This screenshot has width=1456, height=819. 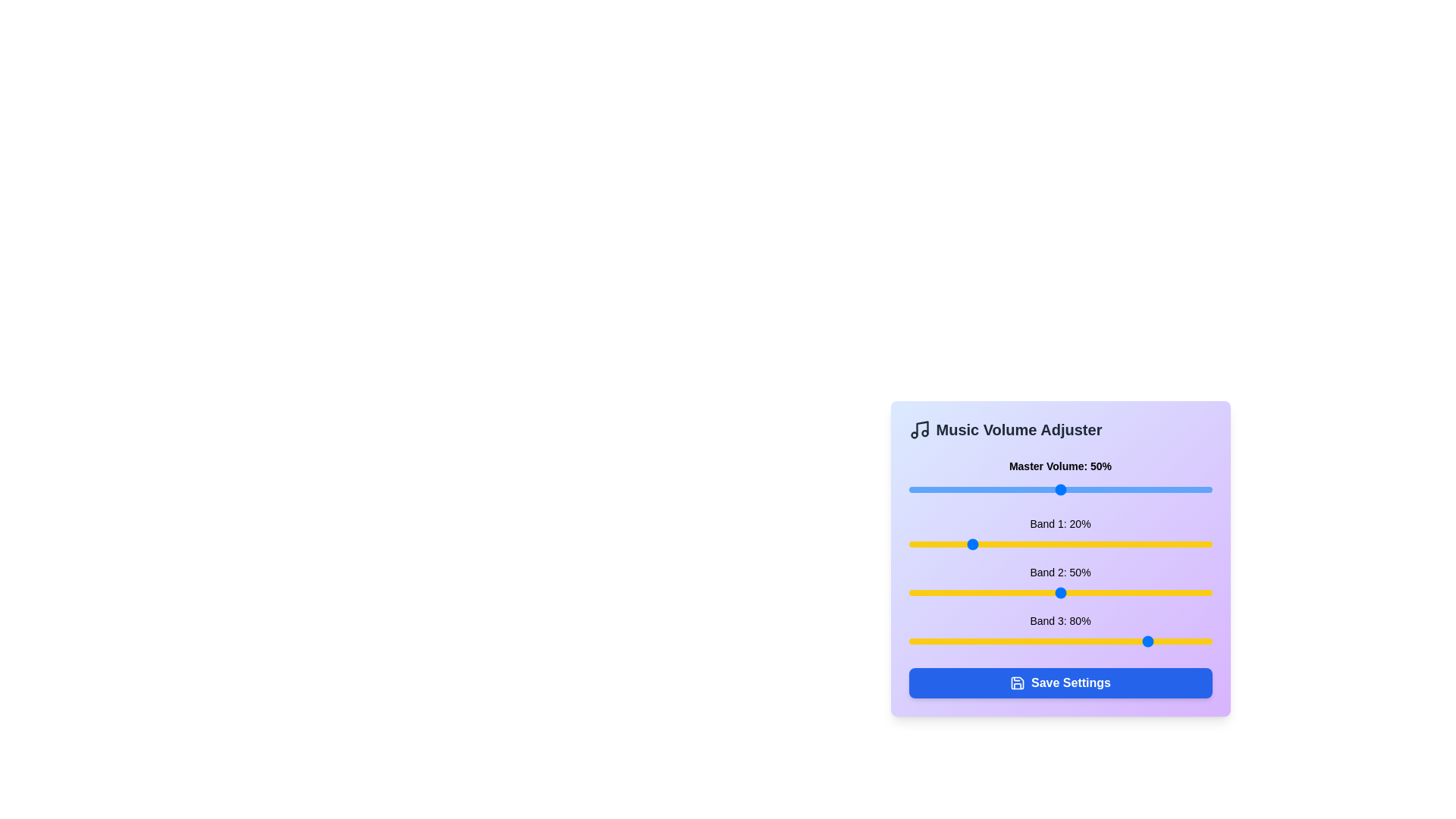 I want to click on the slider, so click(x=1196, y=489).